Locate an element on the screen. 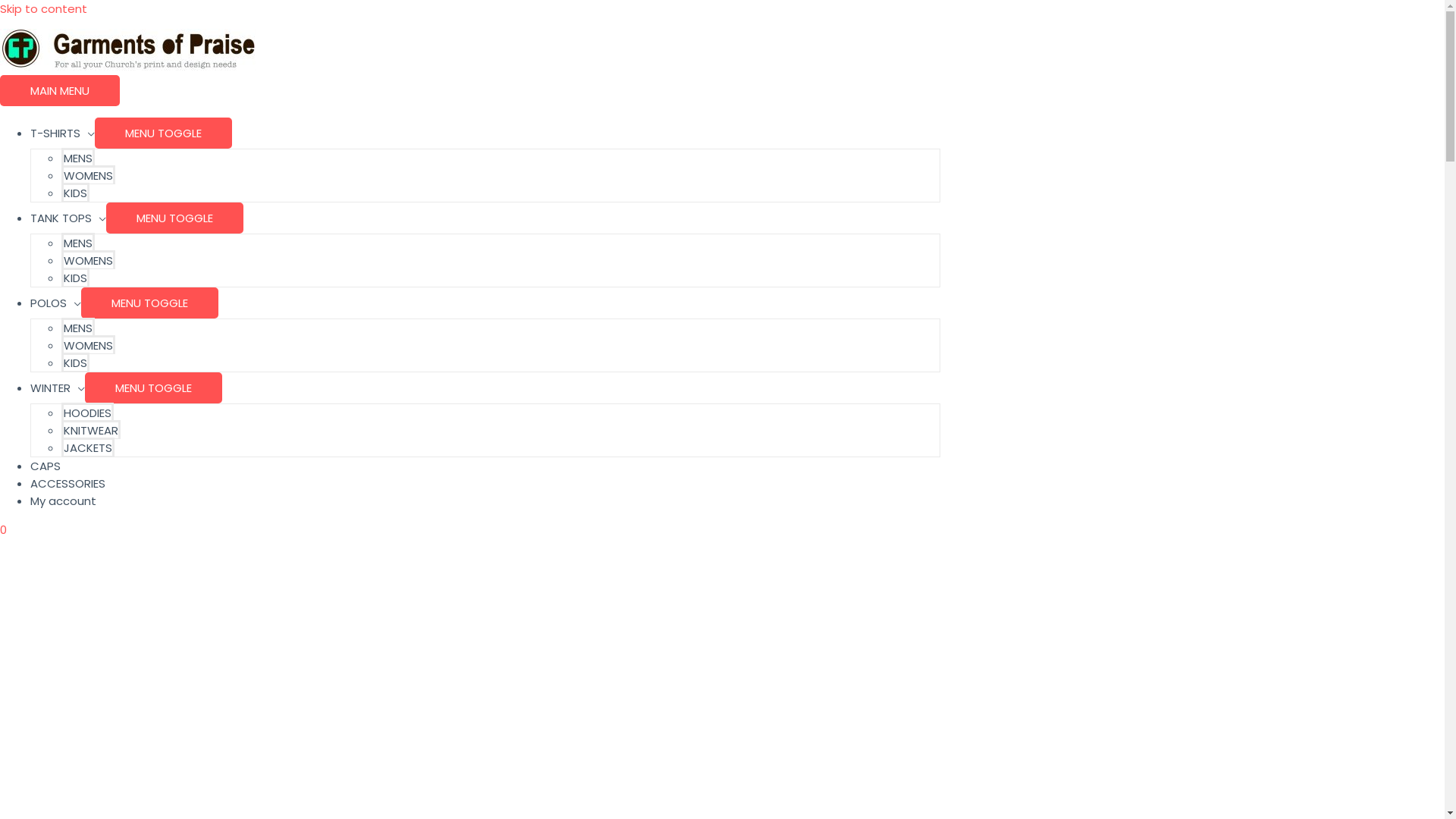 Image resolution: width=1456 pixels, height=819 pixels. 'MENU TOGGLE' is located at coordinates (163, 132).